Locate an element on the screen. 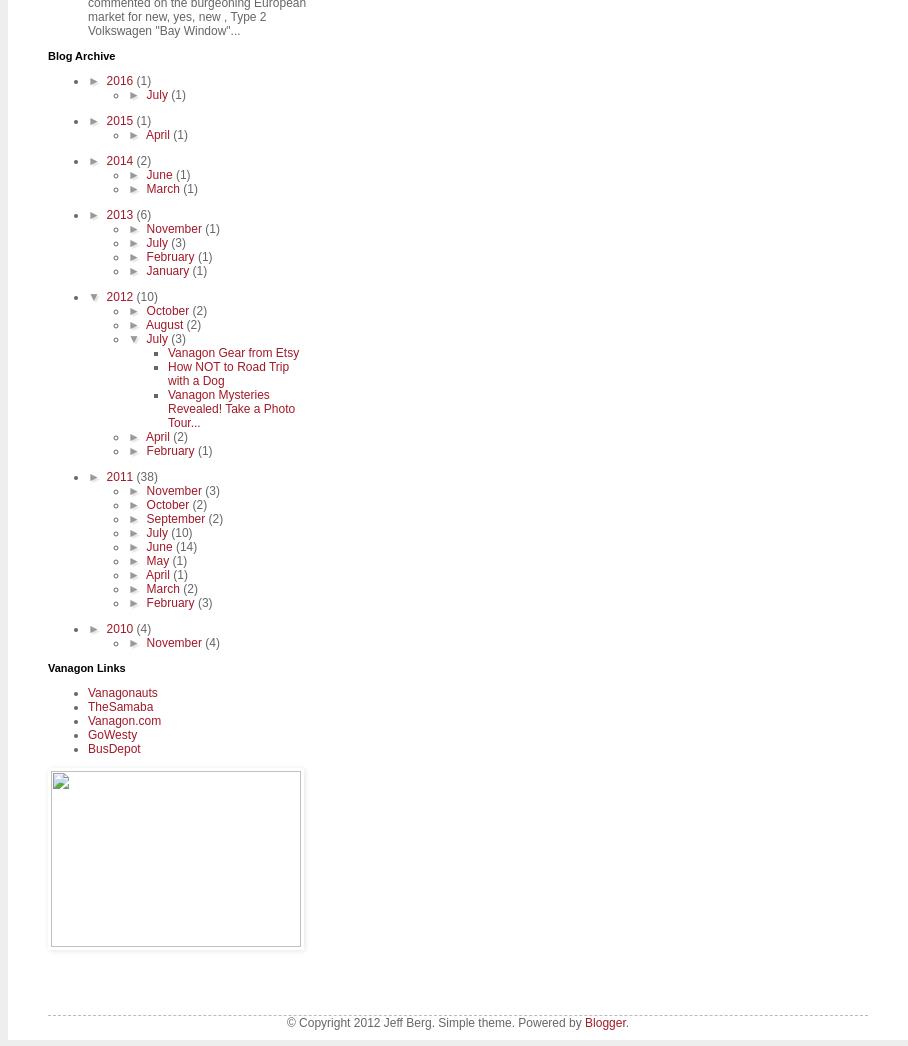 The image size is (908, 1046). 'Vanagonauts' is located at coordinates (122, 692).